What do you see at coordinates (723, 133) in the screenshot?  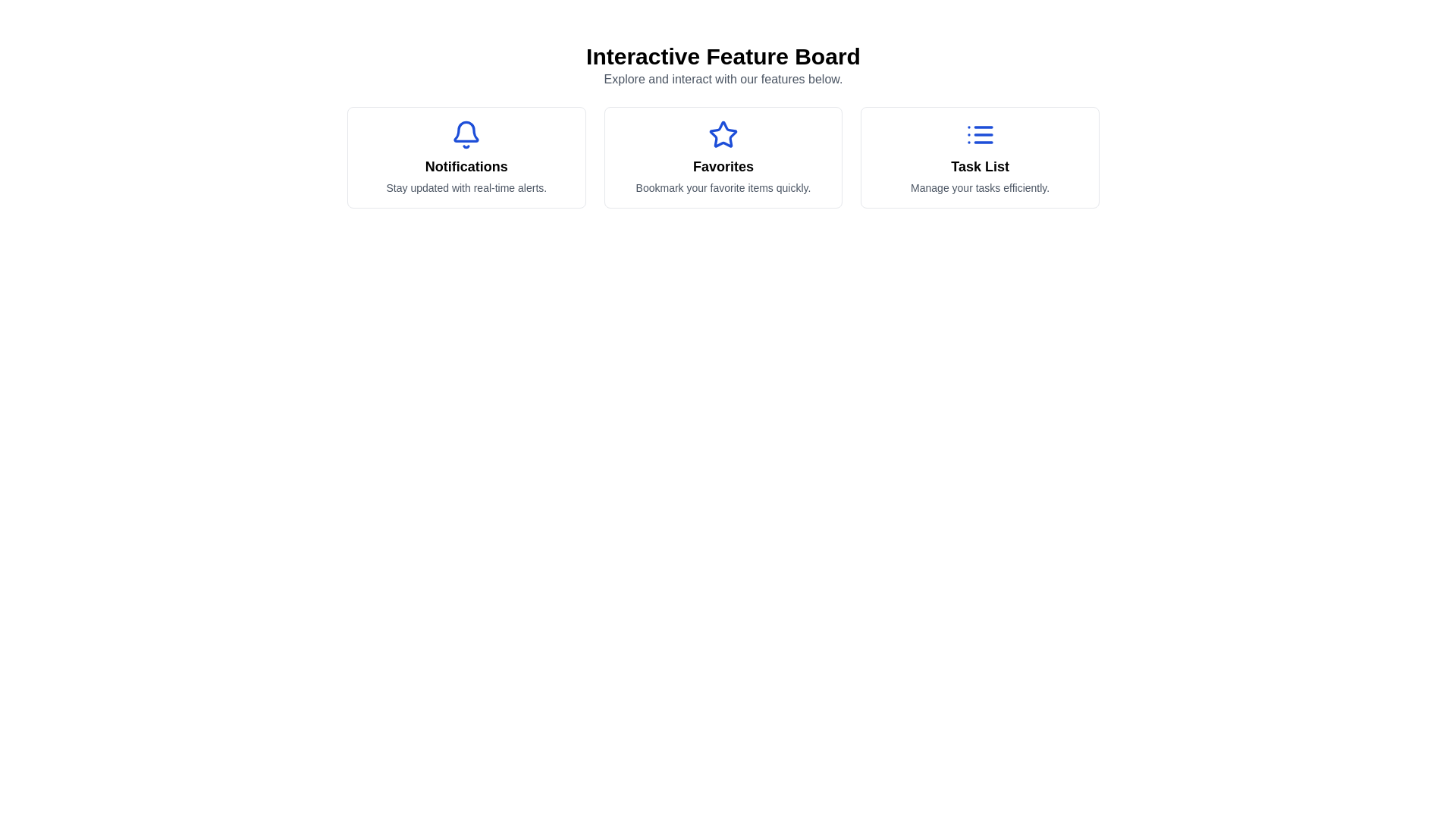 I see `the star icon representing the favorites functionality, located at the center of the 'Favorites' card in a three-card layout` at bounding box center [723, 133].